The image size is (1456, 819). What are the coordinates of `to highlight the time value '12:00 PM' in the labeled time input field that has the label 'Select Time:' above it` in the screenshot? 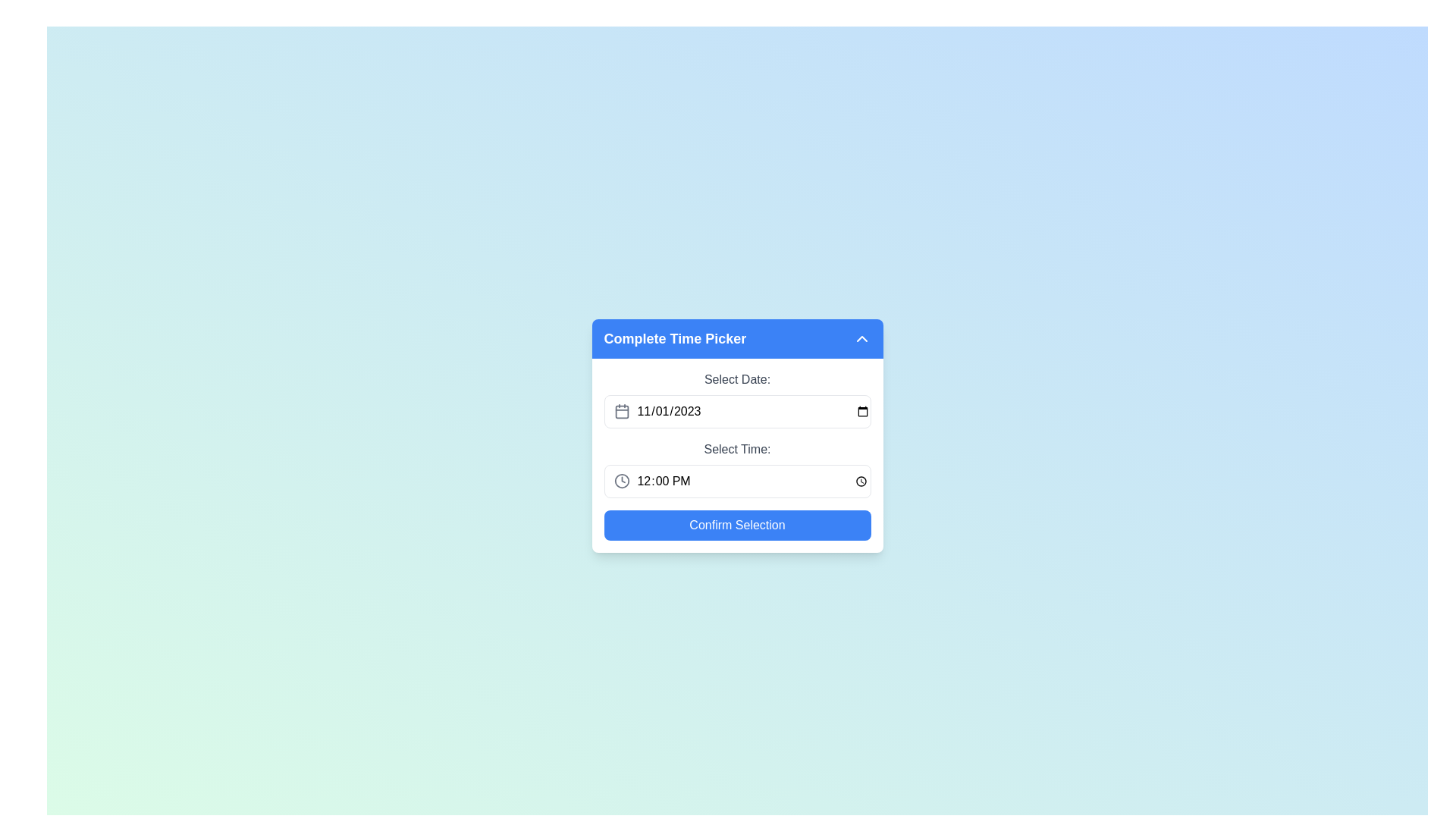 It's located at (737, 468).